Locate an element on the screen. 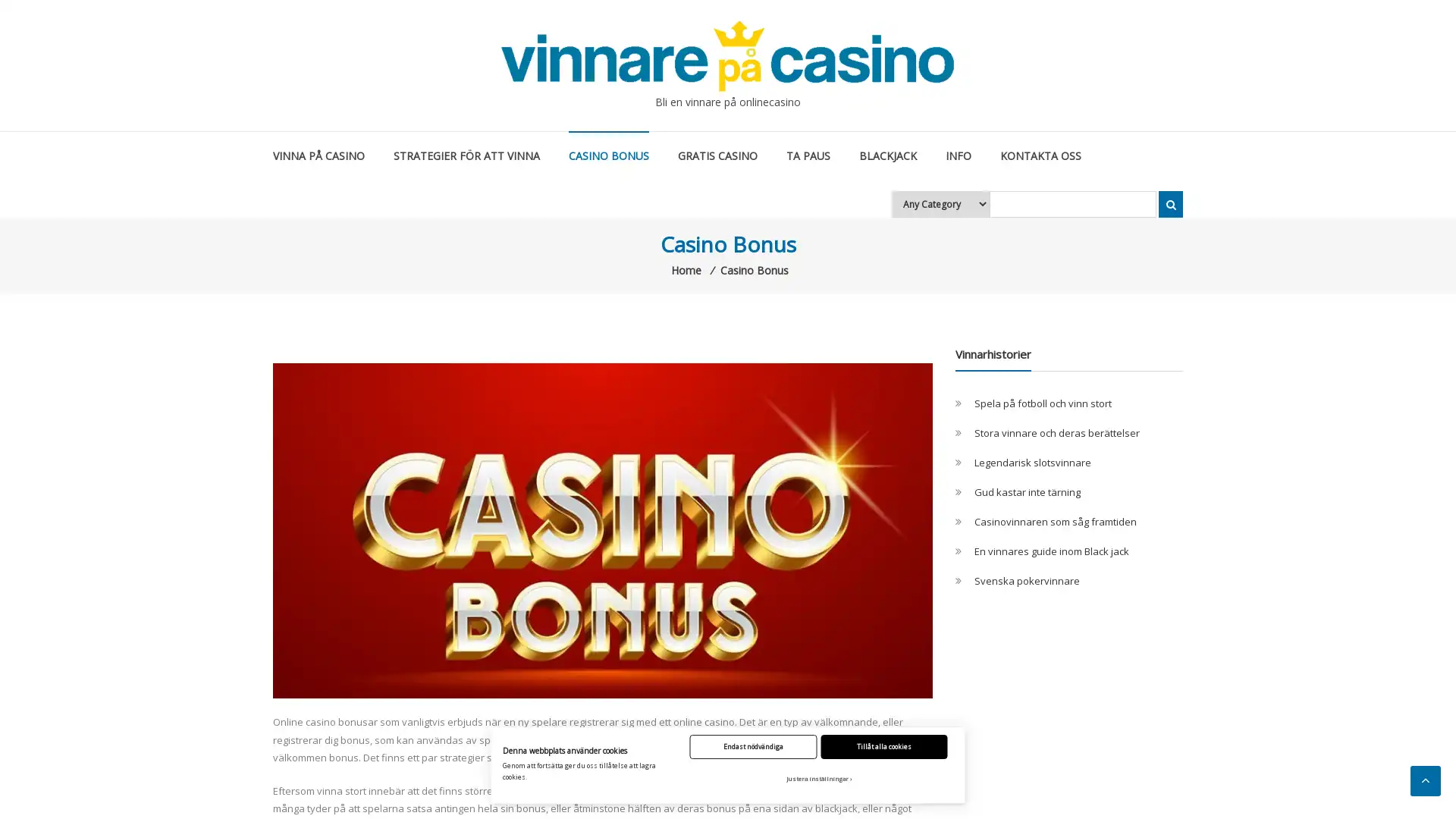 This screenshot has height=819, width=1456. Justera installningar is located at coordinates (817, 779).